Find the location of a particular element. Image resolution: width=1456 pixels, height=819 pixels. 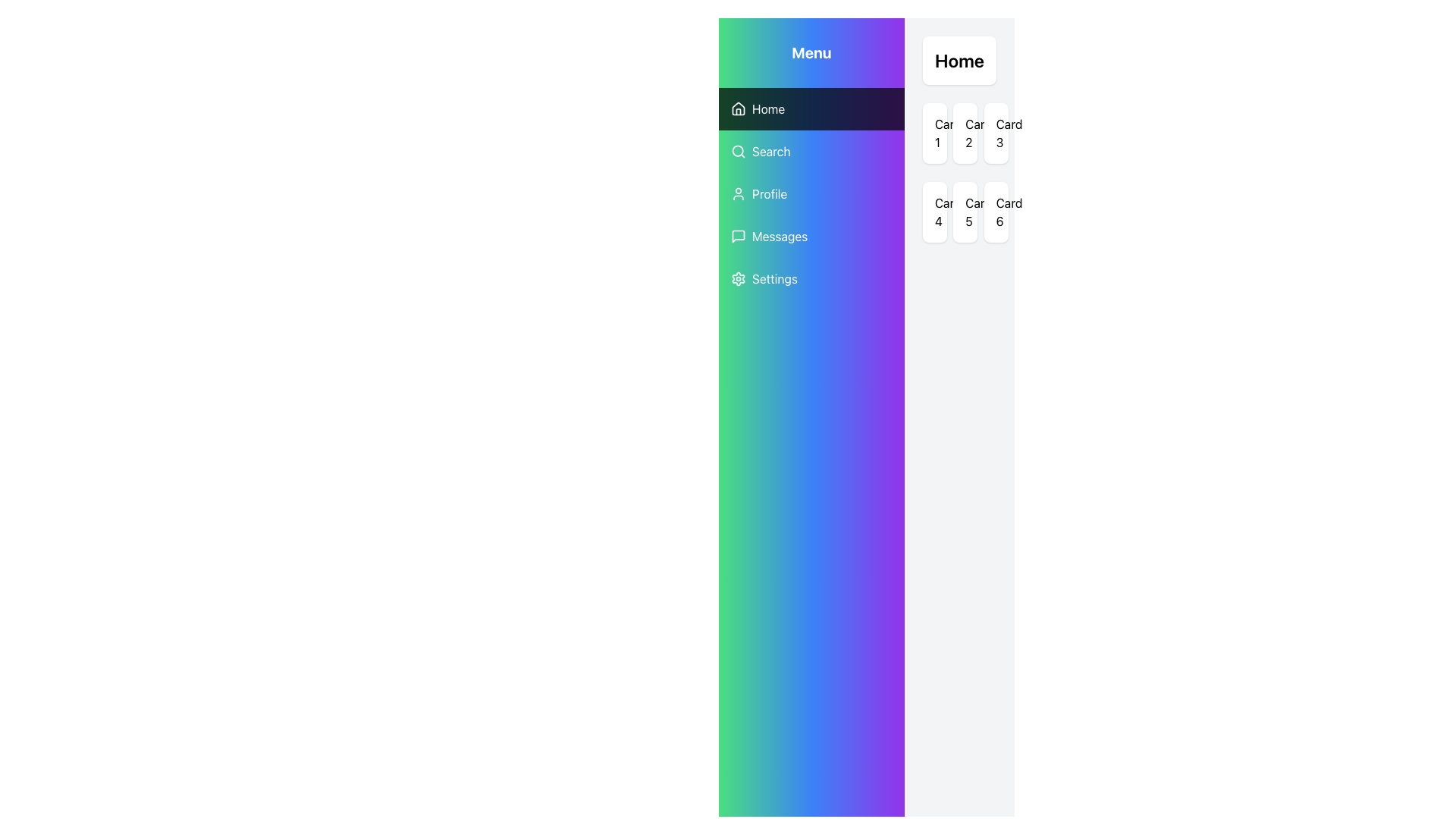

the navigation button for search functionality using keyboard navigation is located at coordinates (811, 152).